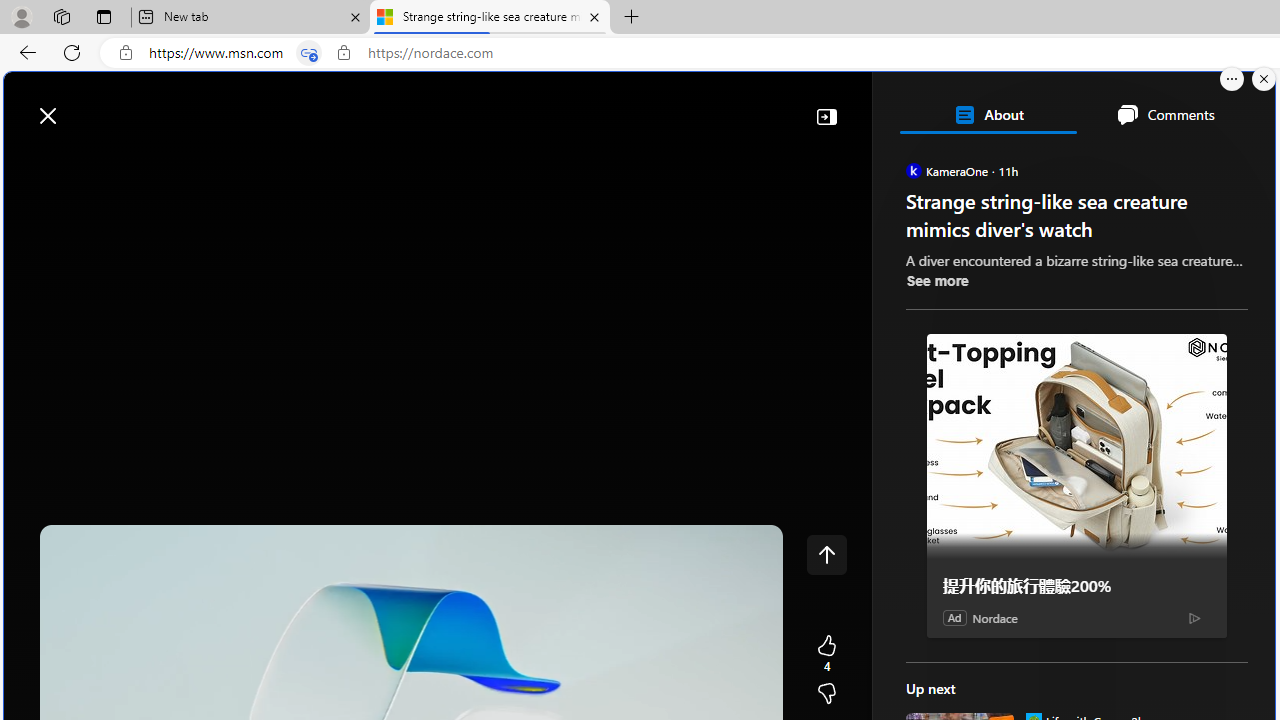 Image resolution: width=1280 pixels, height=720 pixels. I want to click on 'Discover', so click(83, 162).